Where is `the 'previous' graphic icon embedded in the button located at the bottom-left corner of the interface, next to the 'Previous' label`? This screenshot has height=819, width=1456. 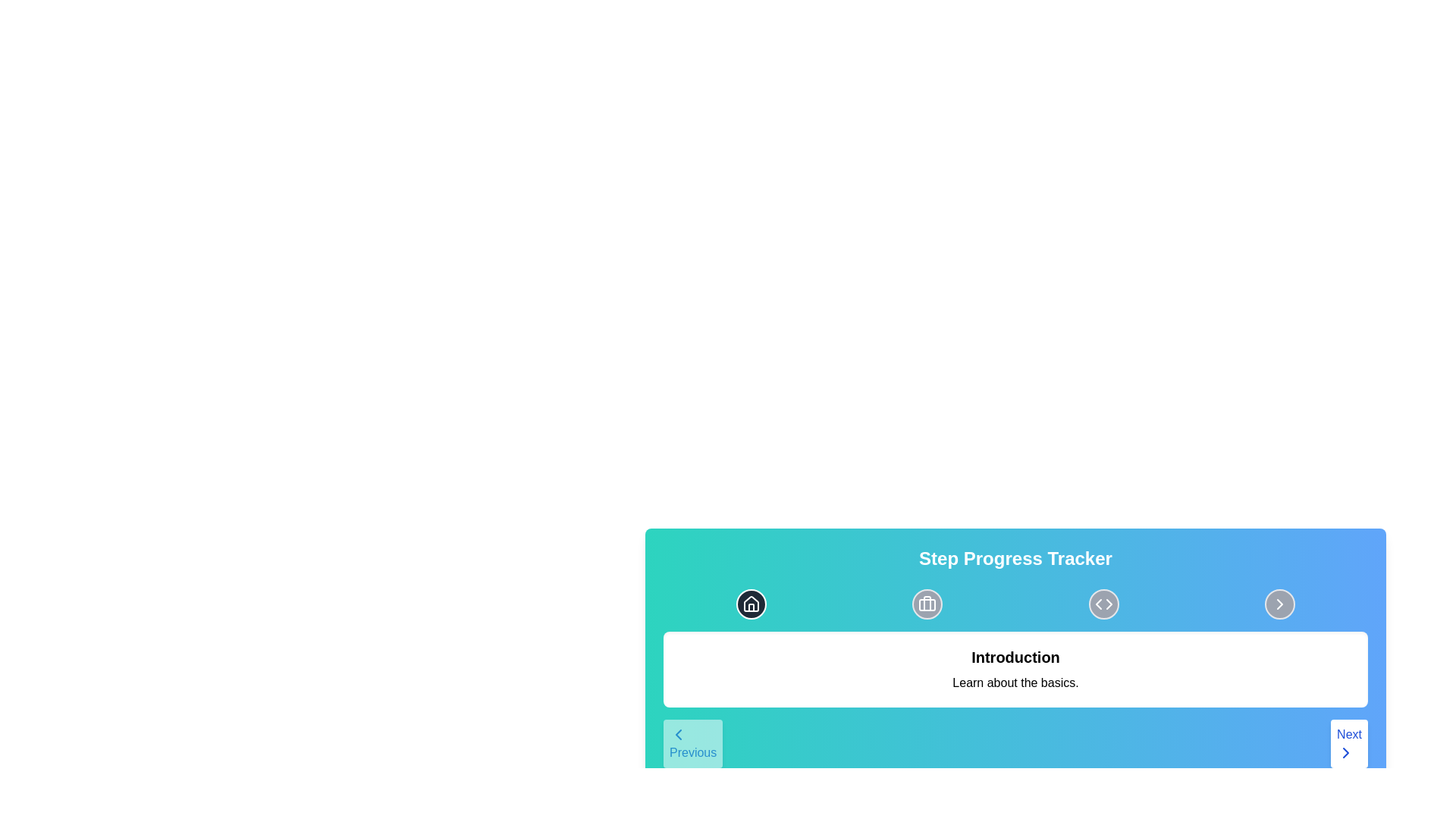 the 'previous' graphic icon embedded in the button located at the bottom-left corner of the interface, next to the 'Previous' label is located at coordinates (677, 733).